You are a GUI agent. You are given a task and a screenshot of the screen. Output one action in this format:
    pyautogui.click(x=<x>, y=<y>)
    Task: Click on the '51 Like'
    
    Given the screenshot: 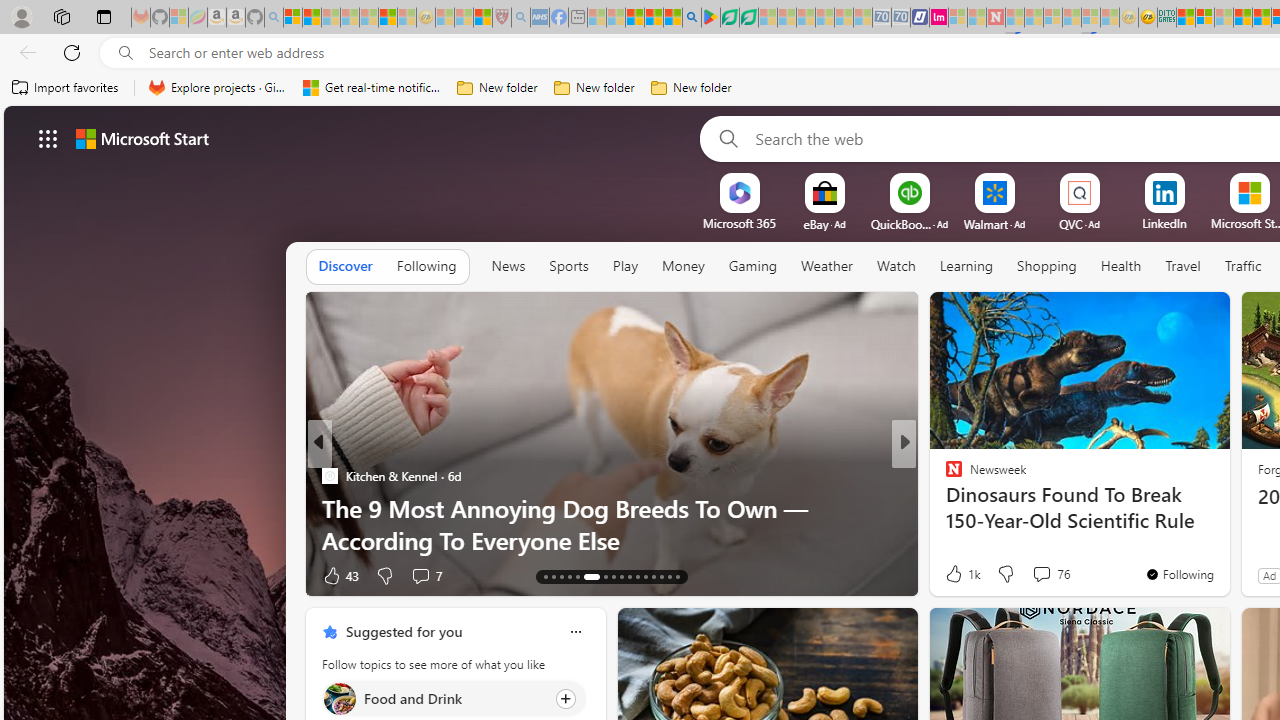 What is the action you would take?
    pyautogui.click(x=955, y=575)
    